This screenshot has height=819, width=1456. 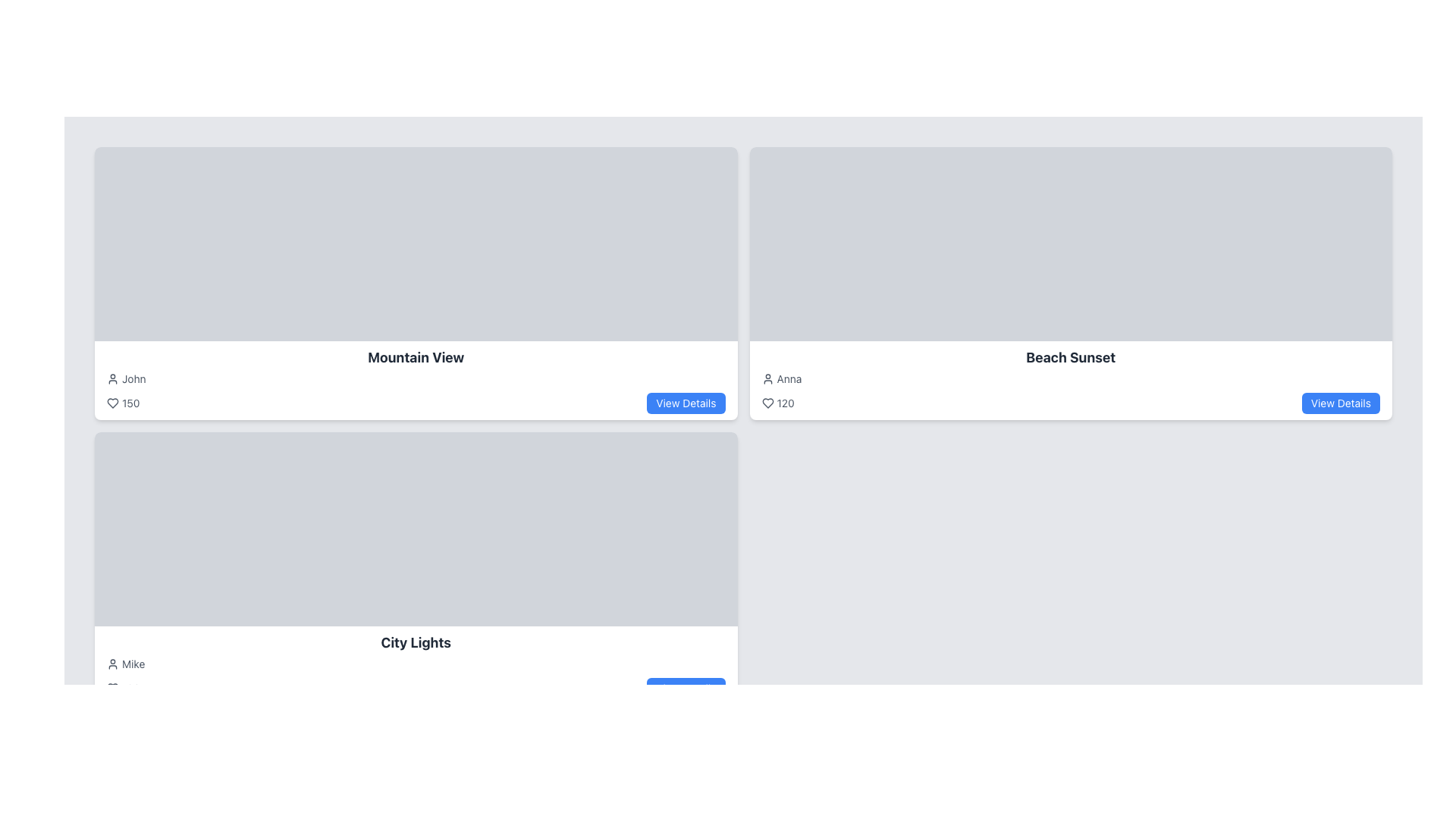 I want to click on the user profile icon associated with the name 'Anna', which is positioned to the left of the text label 'Anna' in the upper-right quadrant of the interface, so click(x=767, y=378).